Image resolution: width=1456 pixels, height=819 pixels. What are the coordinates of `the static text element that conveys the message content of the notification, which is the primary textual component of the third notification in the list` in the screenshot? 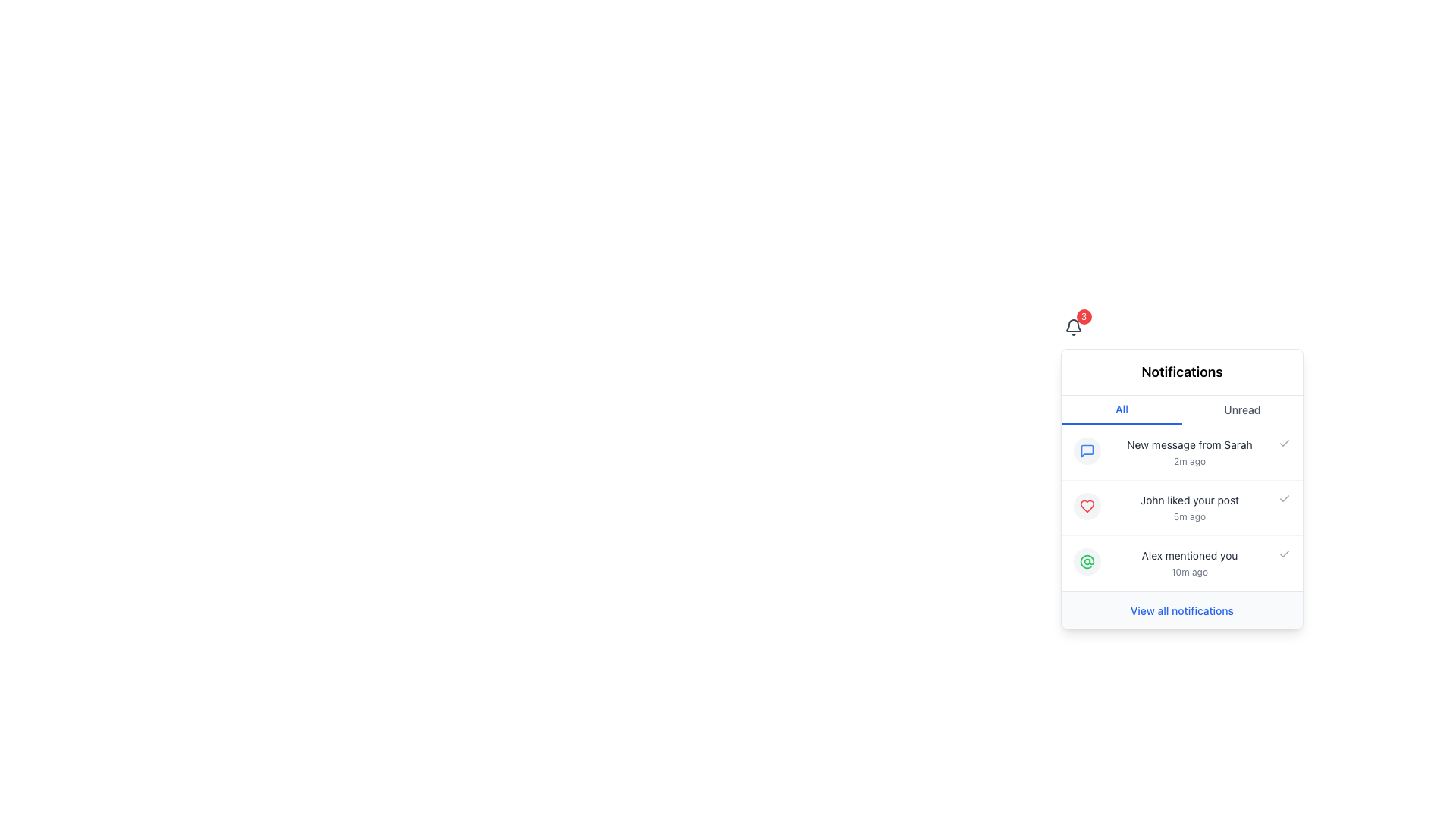 It's located at (1189, 555).